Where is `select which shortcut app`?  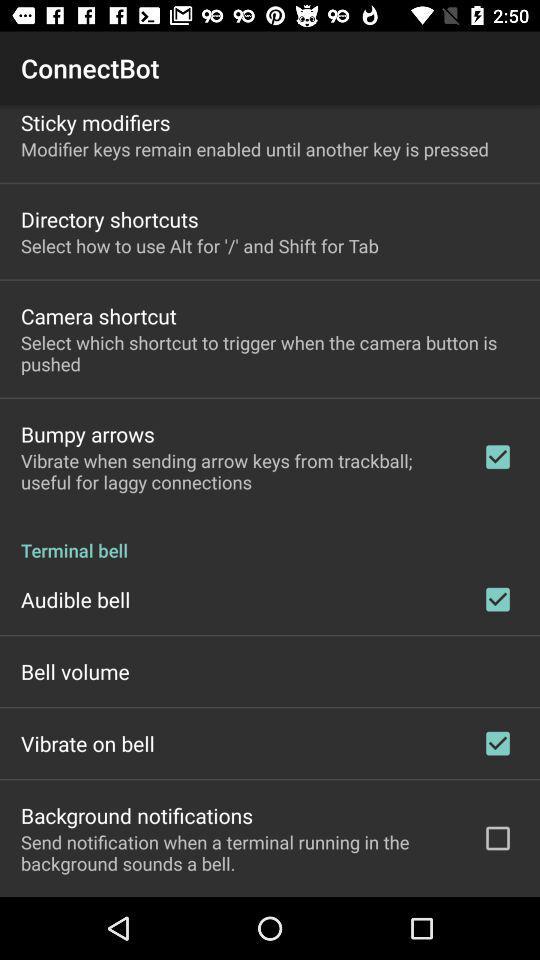 select which shortcut app is located at coordinates (270, 353).